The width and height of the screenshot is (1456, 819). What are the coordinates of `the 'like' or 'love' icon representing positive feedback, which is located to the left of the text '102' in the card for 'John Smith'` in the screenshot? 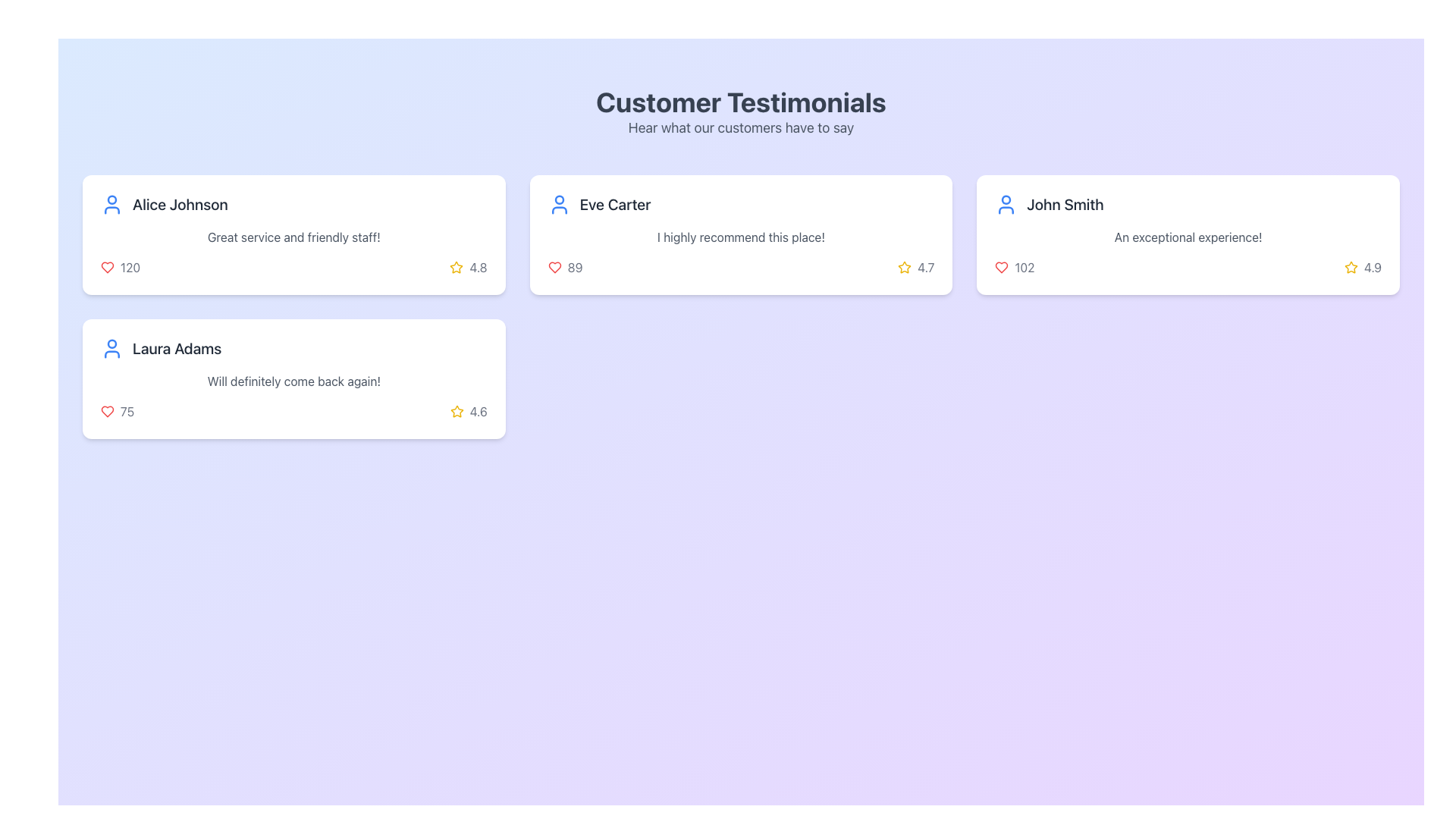 It's located at (1001, 267).